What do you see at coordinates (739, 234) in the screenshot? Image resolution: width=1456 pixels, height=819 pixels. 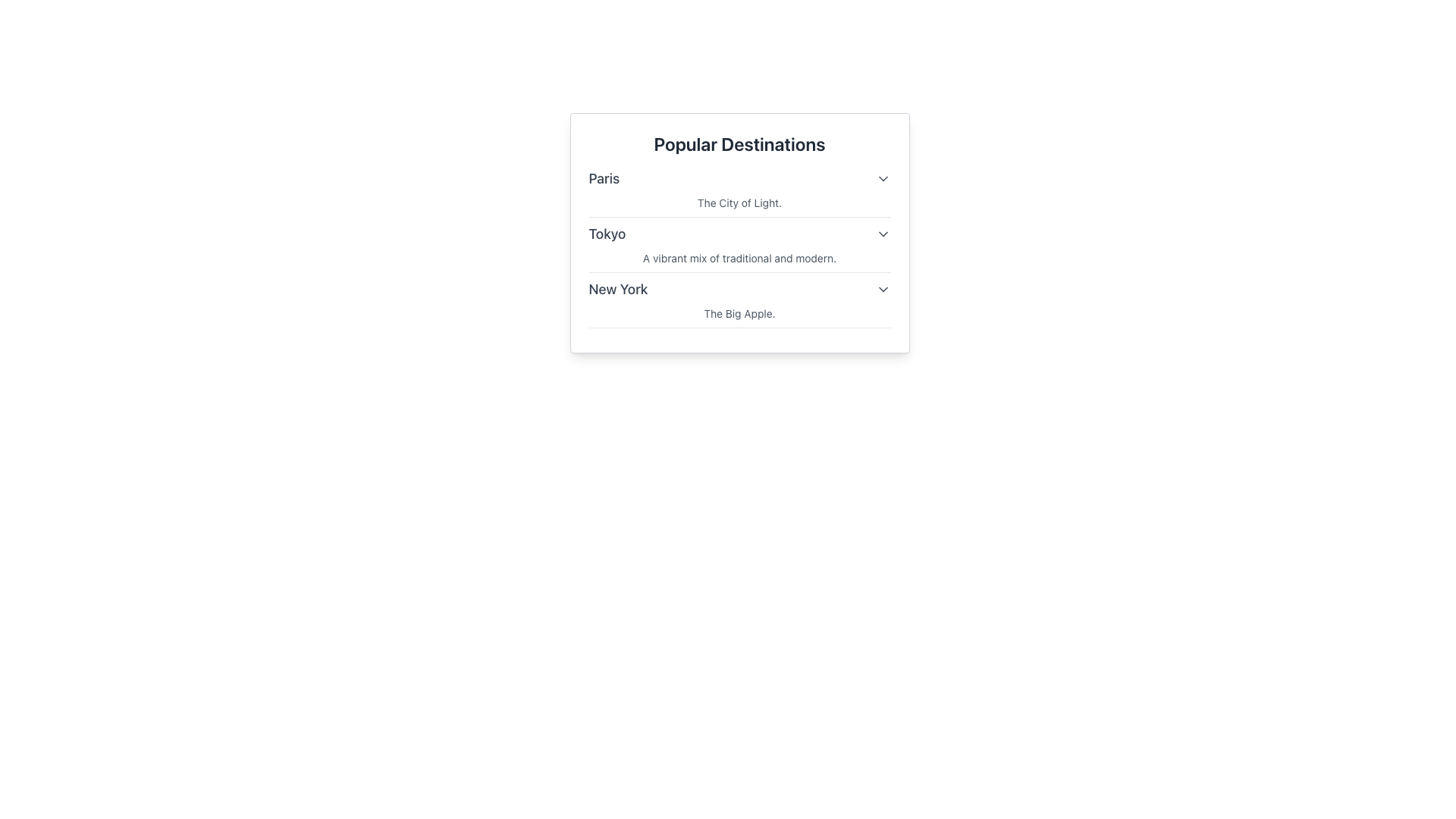 I see `the Dropdown trigger for the destination 'Tokyo'` at bounding box center [739, 234].